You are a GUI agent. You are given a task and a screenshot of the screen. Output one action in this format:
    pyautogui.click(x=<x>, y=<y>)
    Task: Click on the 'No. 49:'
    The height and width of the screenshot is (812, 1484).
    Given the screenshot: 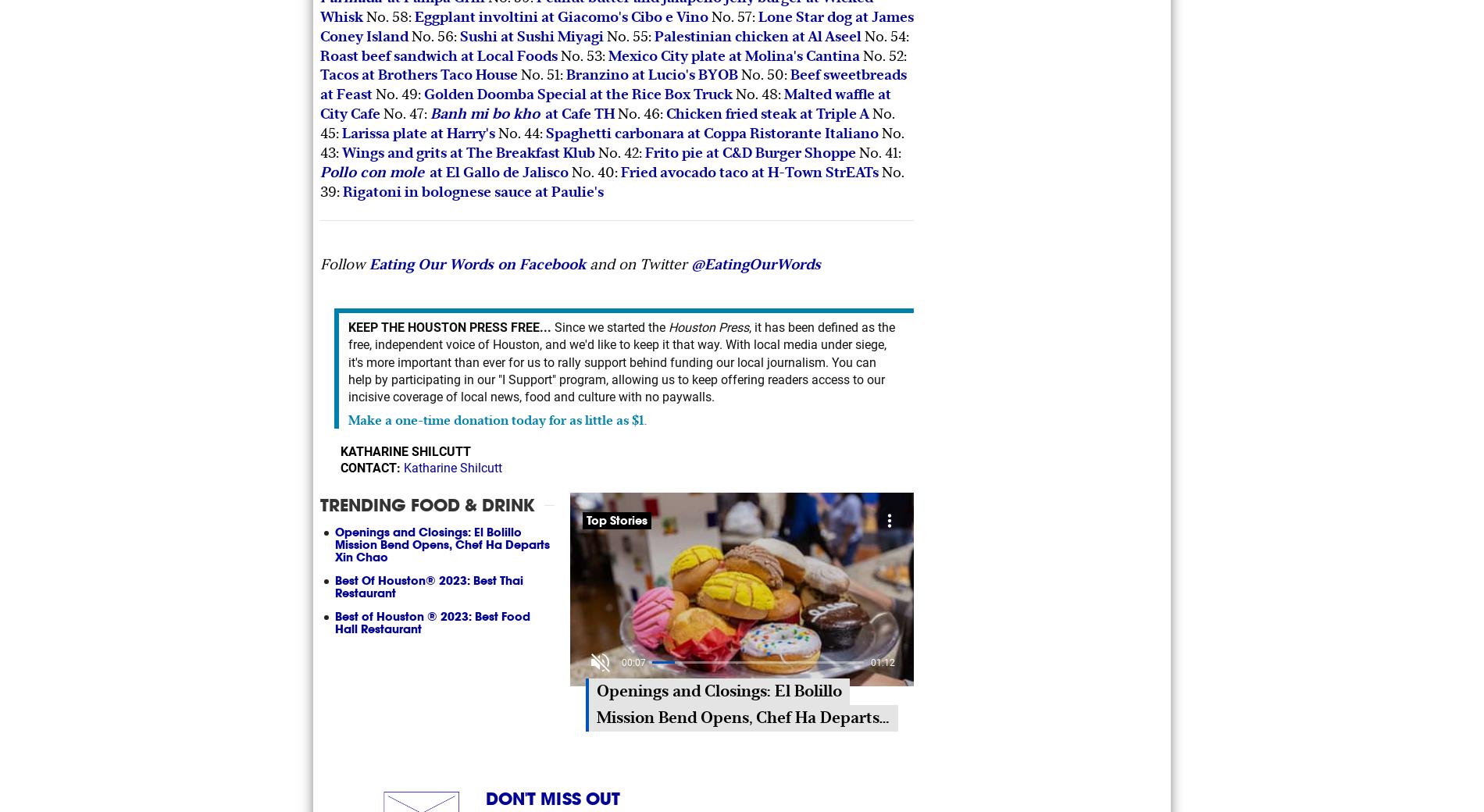 What is the action you would take?
    pyautogui.click(x=373, y=93)
    